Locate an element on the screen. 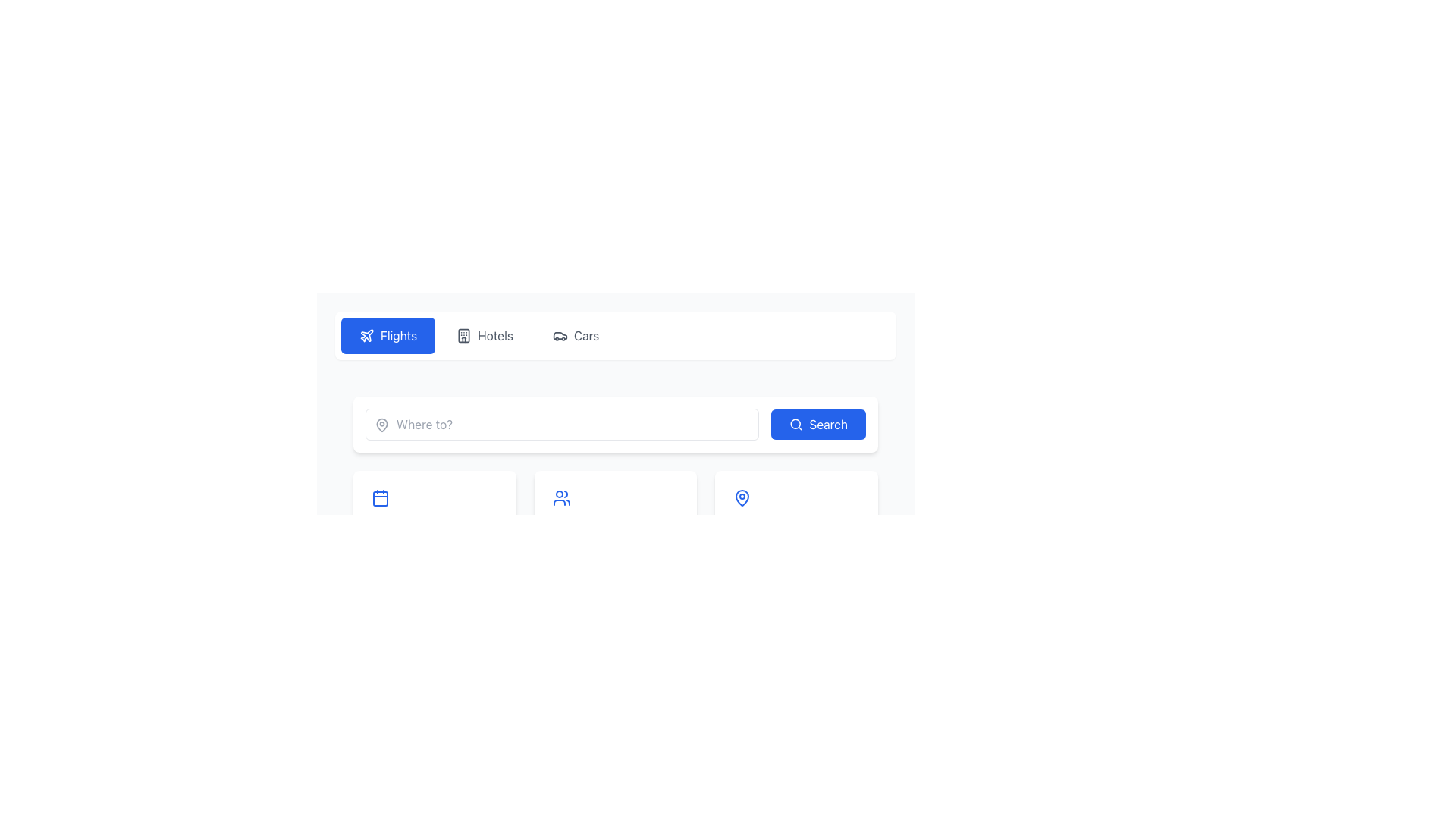 The image size is (1456, 819). the 'Hotels' button, which is a rounded rectangular button with a building icon and light-gray text, to trigger its hover effect is located at coordinates (484, 335).